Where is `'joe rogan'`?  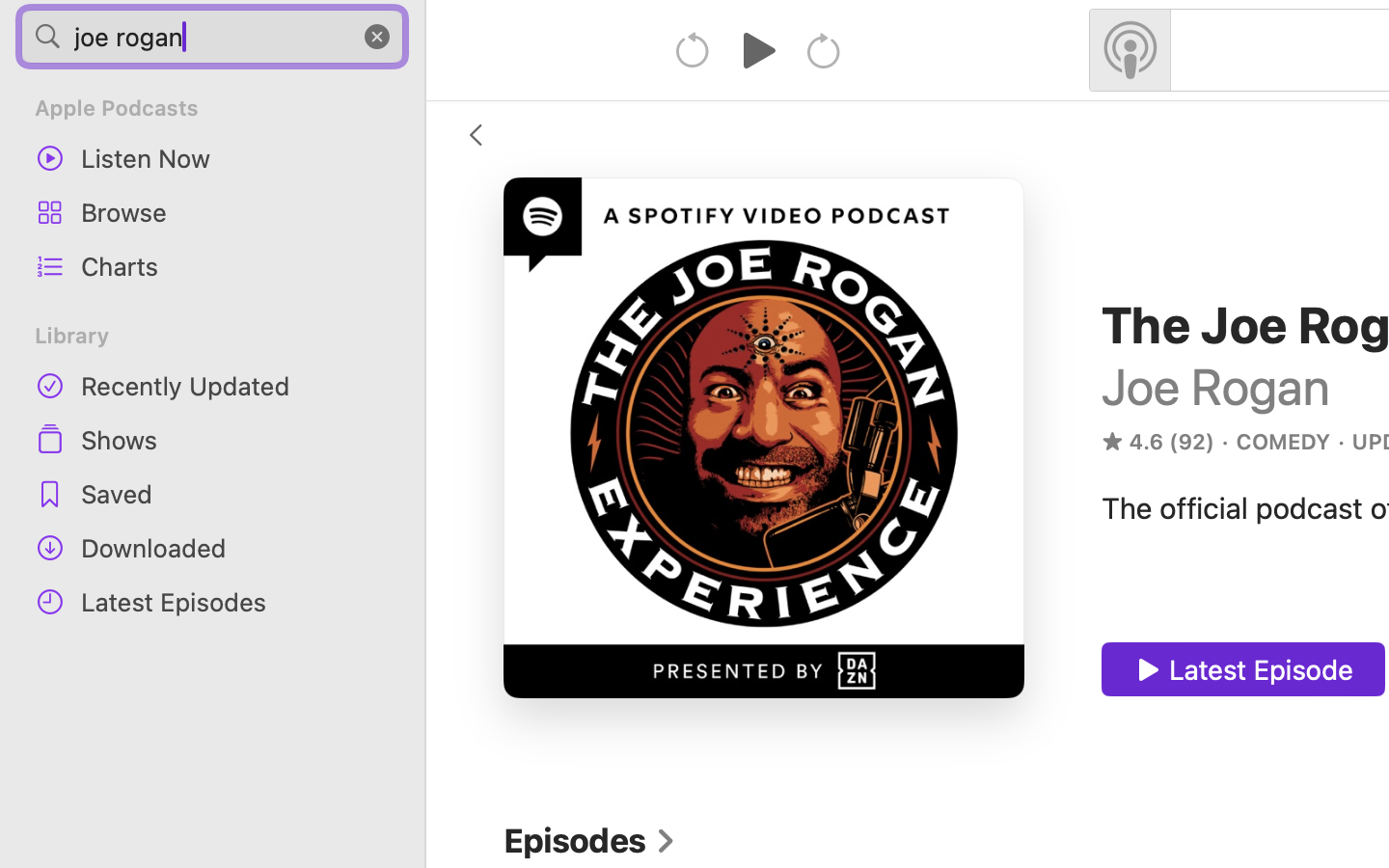
'joe rogan' is located at coordinates (212, 35).